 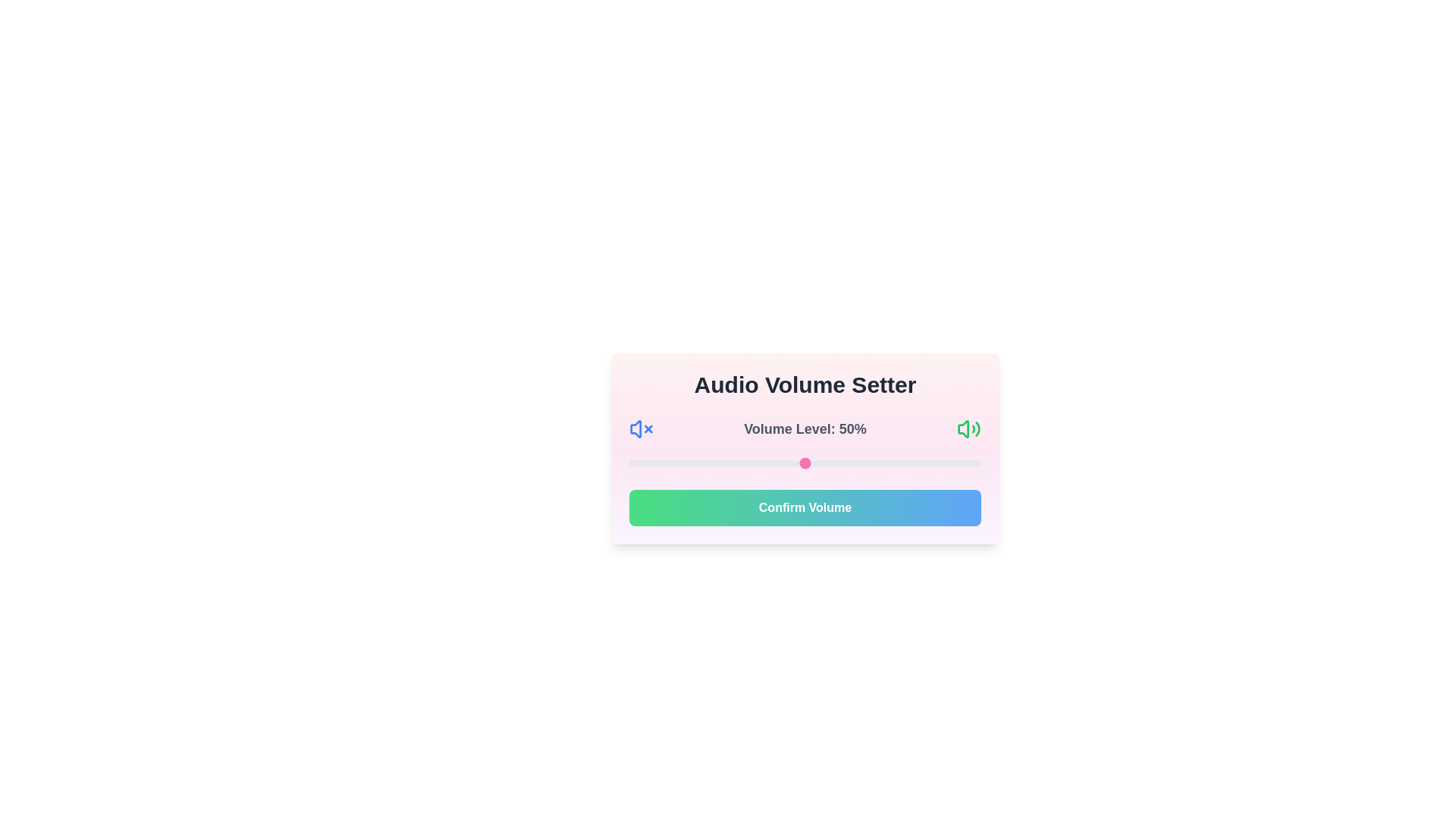 I want to click on the audio control SVG icon located in the upper-left section of the 'Audio Volume Setter' modal, so click(x=635, y=429).